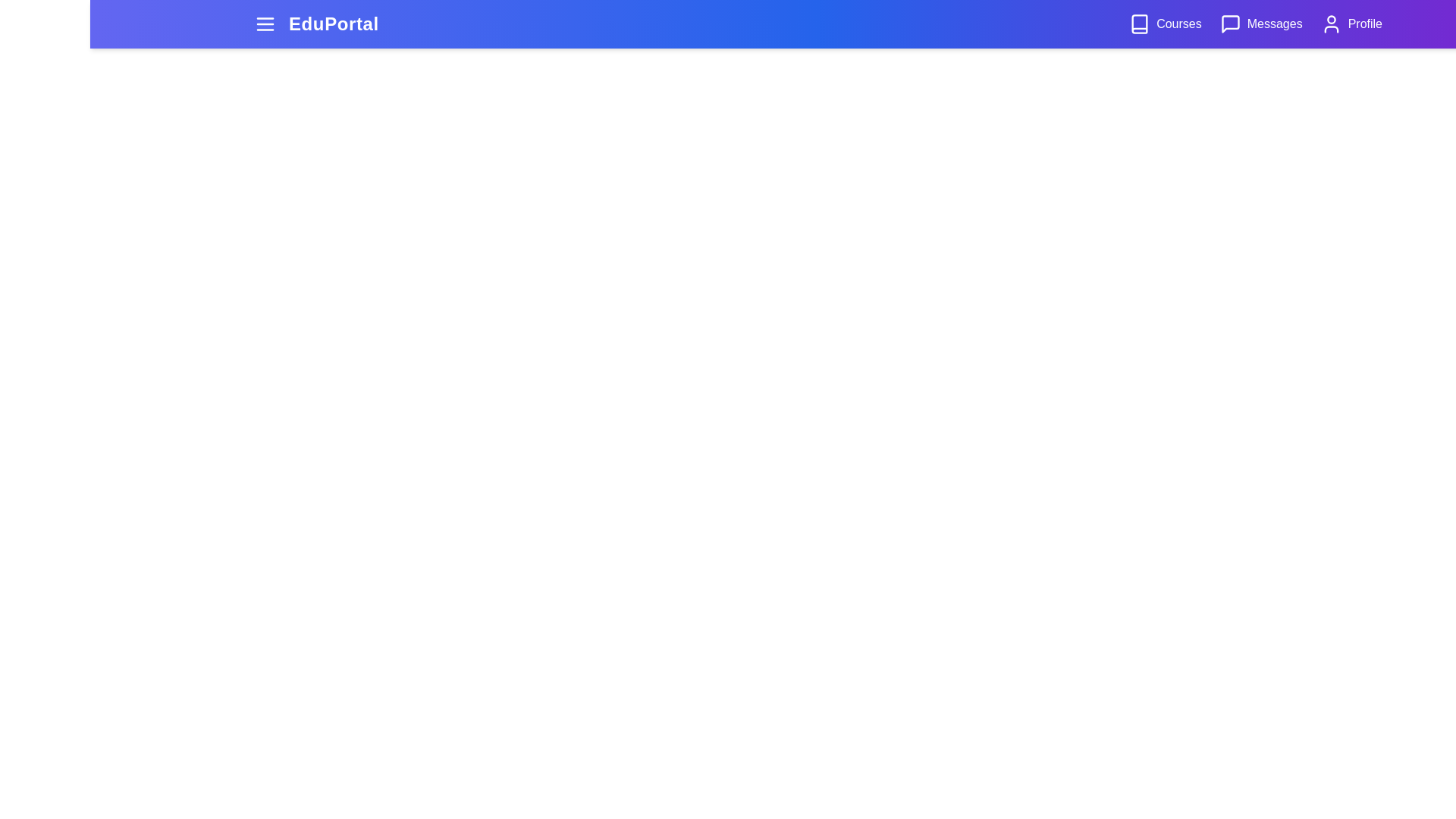  I want to click on the 'Profile' button to access the user profile, so click(1351, 24).